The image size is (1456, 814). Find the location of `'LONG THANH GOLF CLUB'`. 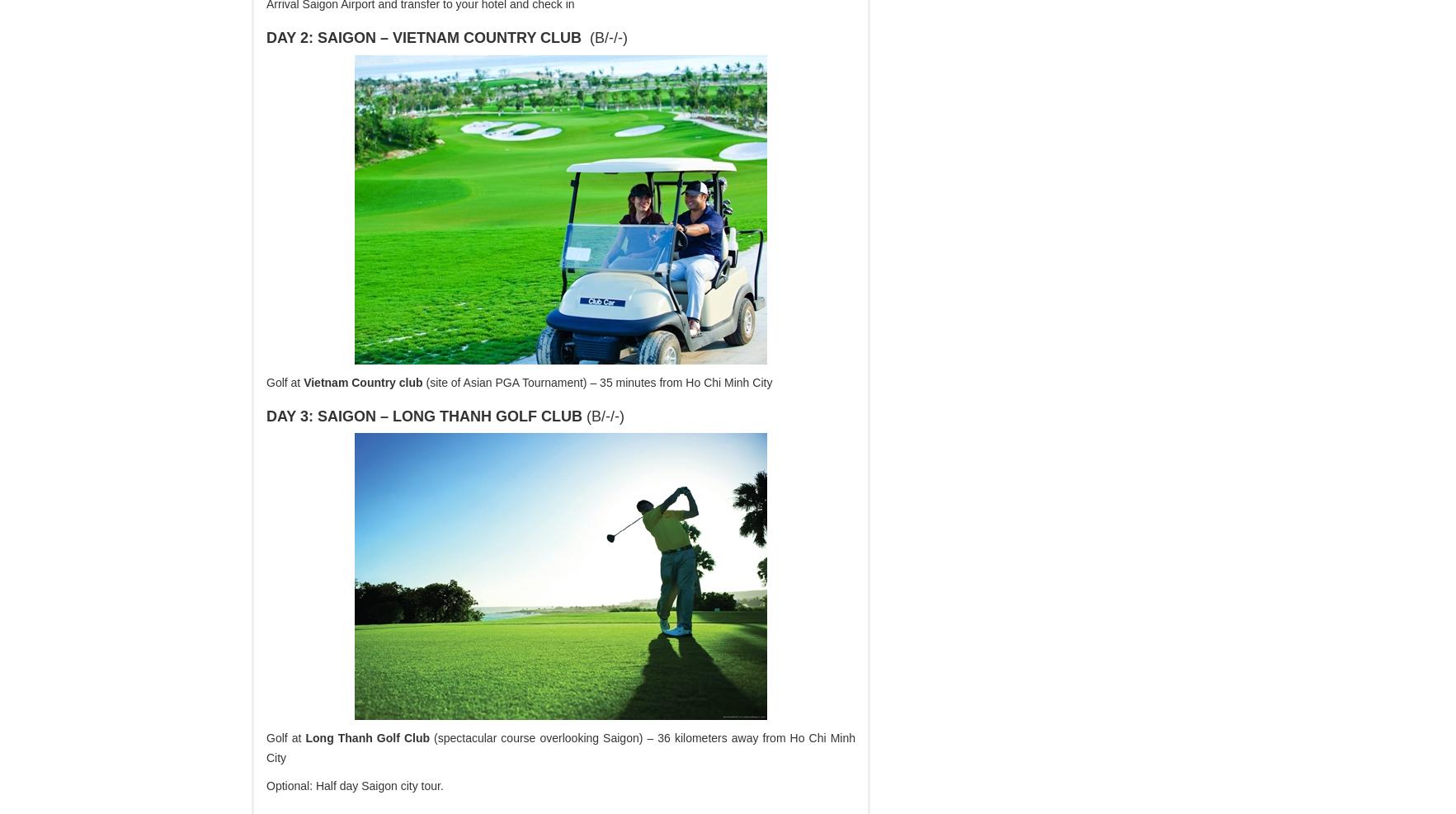

'LONG THANH GOLF CLUB' is located at coordinates (486, 415).